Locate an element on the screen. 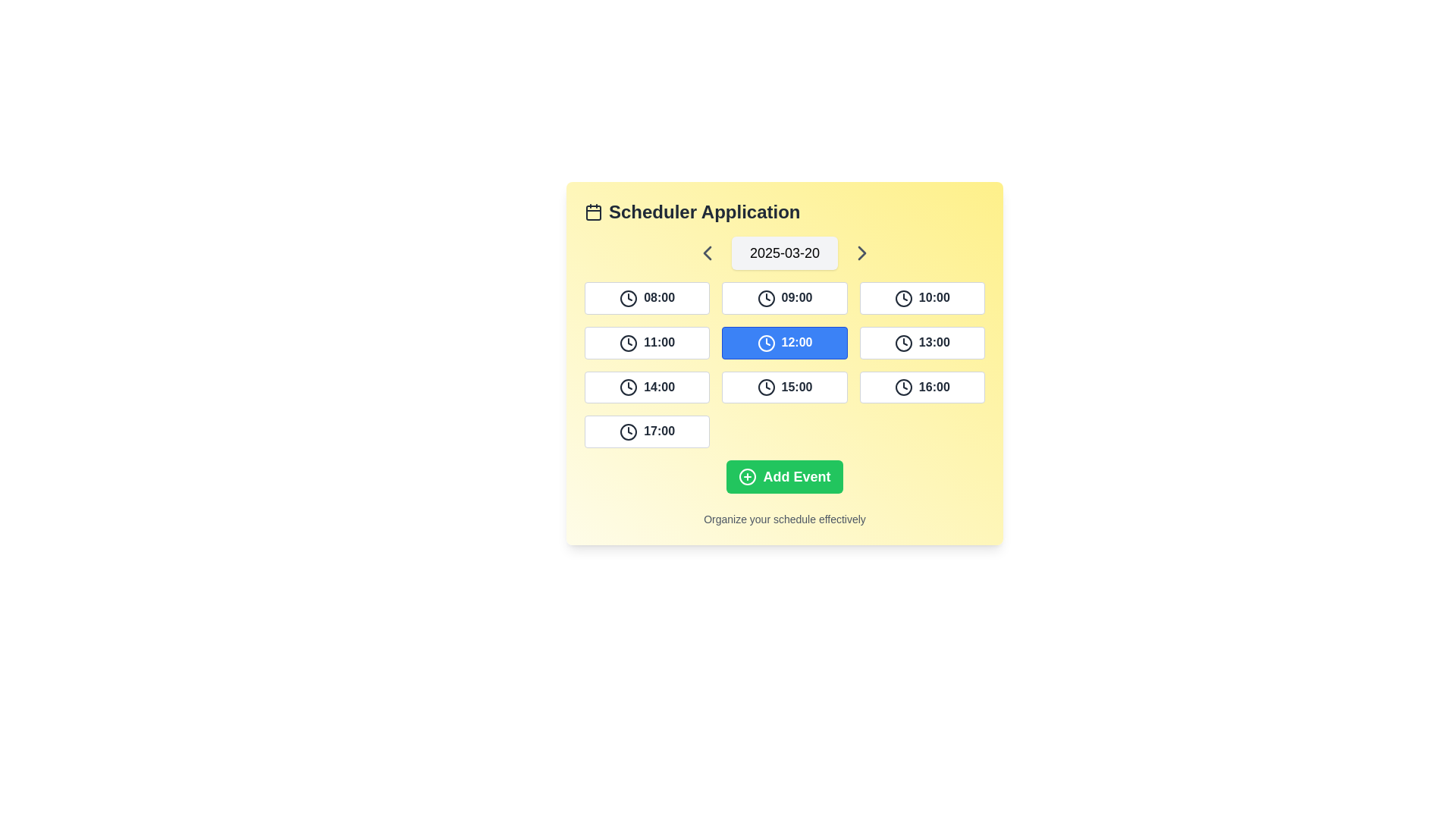 This screenshot has width=1456, height=819. the chevron icon-button for navigation located to the left of the date display field is located at coordinates (706, 253).